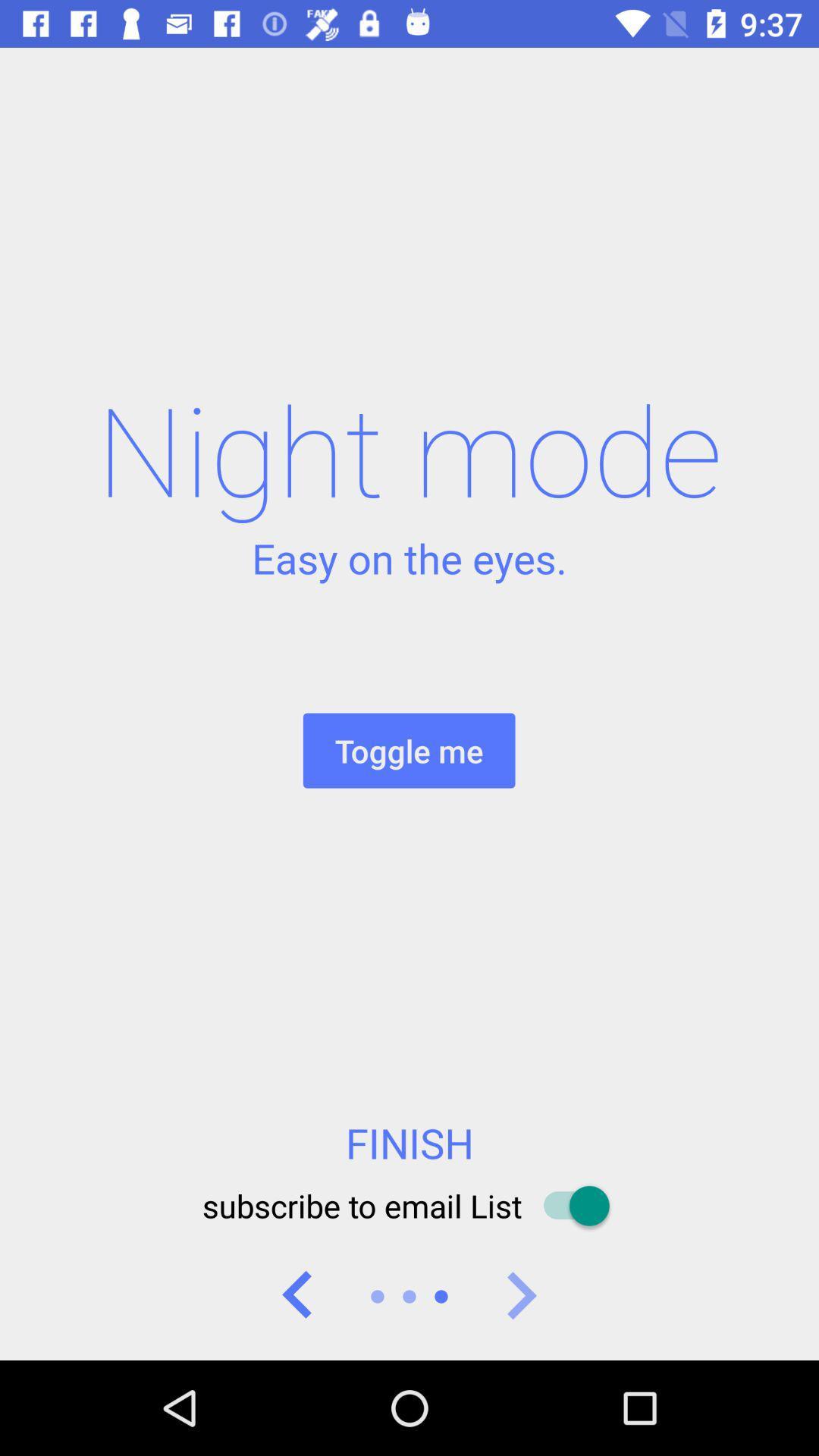  Describe the element at coordinates (409, 1205) in the screenshot. I see `the subscribe to email icon` at that location.